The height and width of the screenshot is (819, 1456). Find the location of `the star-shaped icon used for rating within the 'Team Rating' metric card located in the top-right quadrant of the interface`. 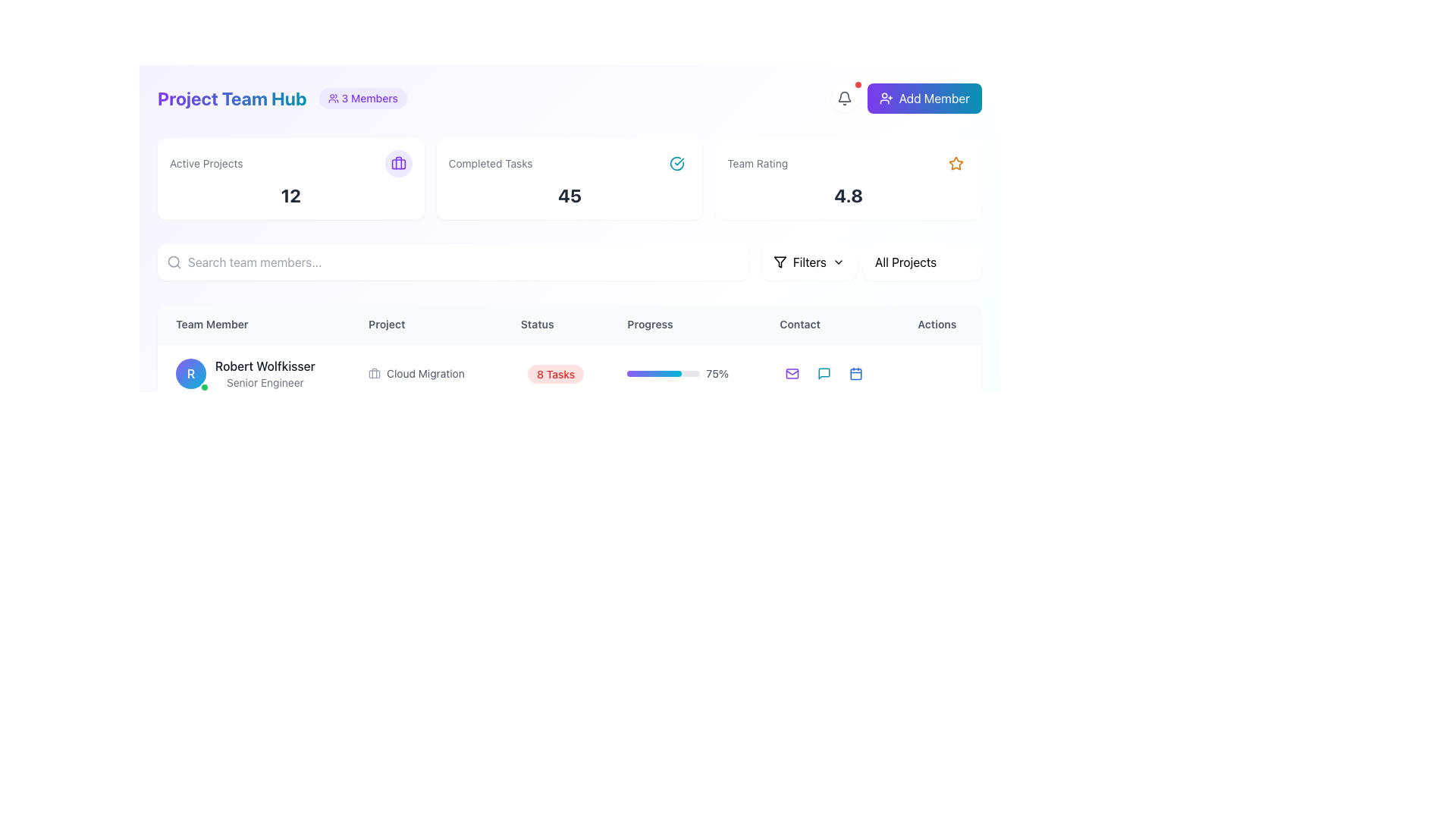

the star-shaped icon used for rating within the 'Team Rating' metric card located in the top-right quadrant of the interface is located at coordinates (955, 164).